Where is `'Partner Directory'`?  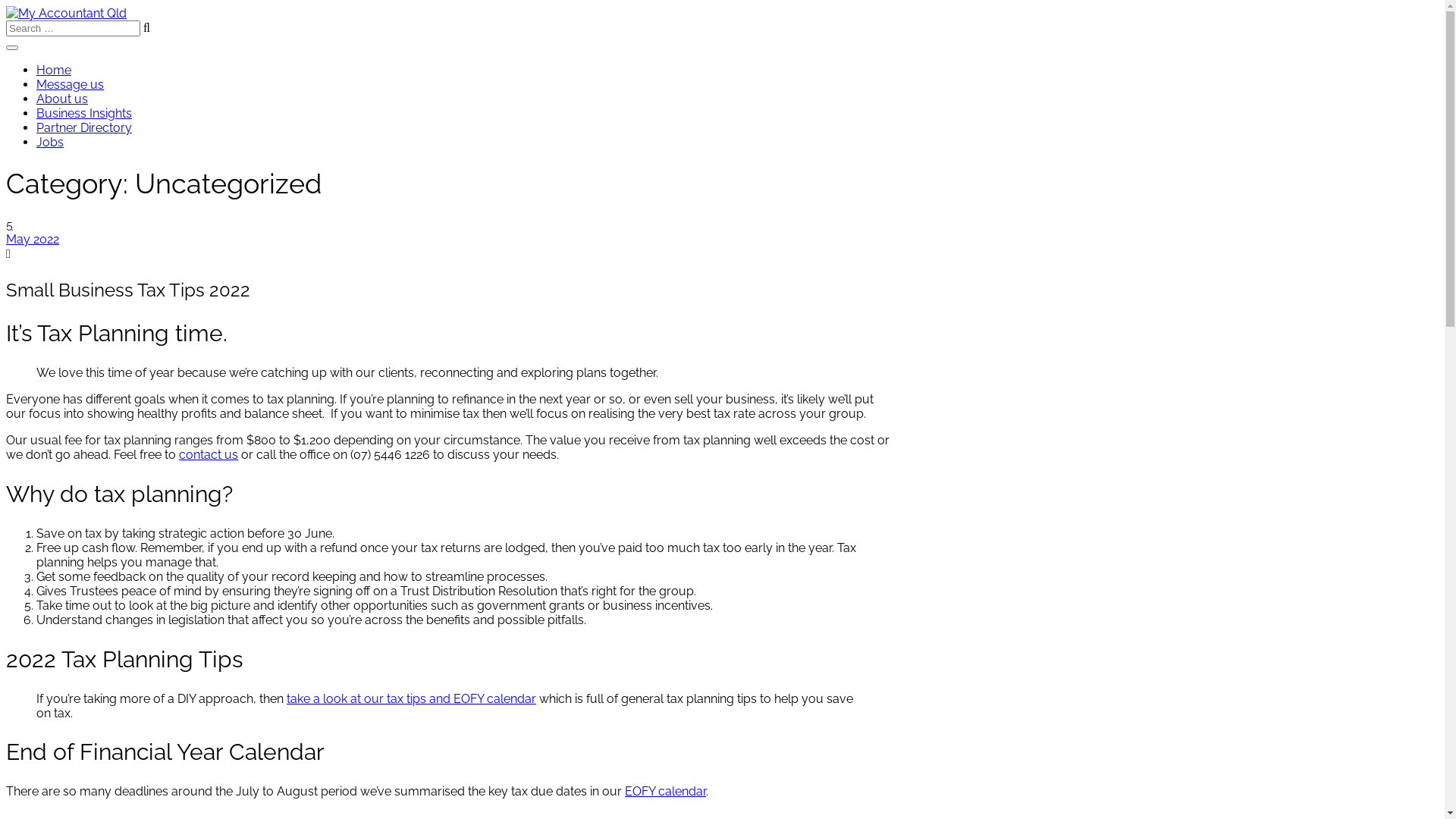 'Partner Directory' is located at coordinates (83, 127).